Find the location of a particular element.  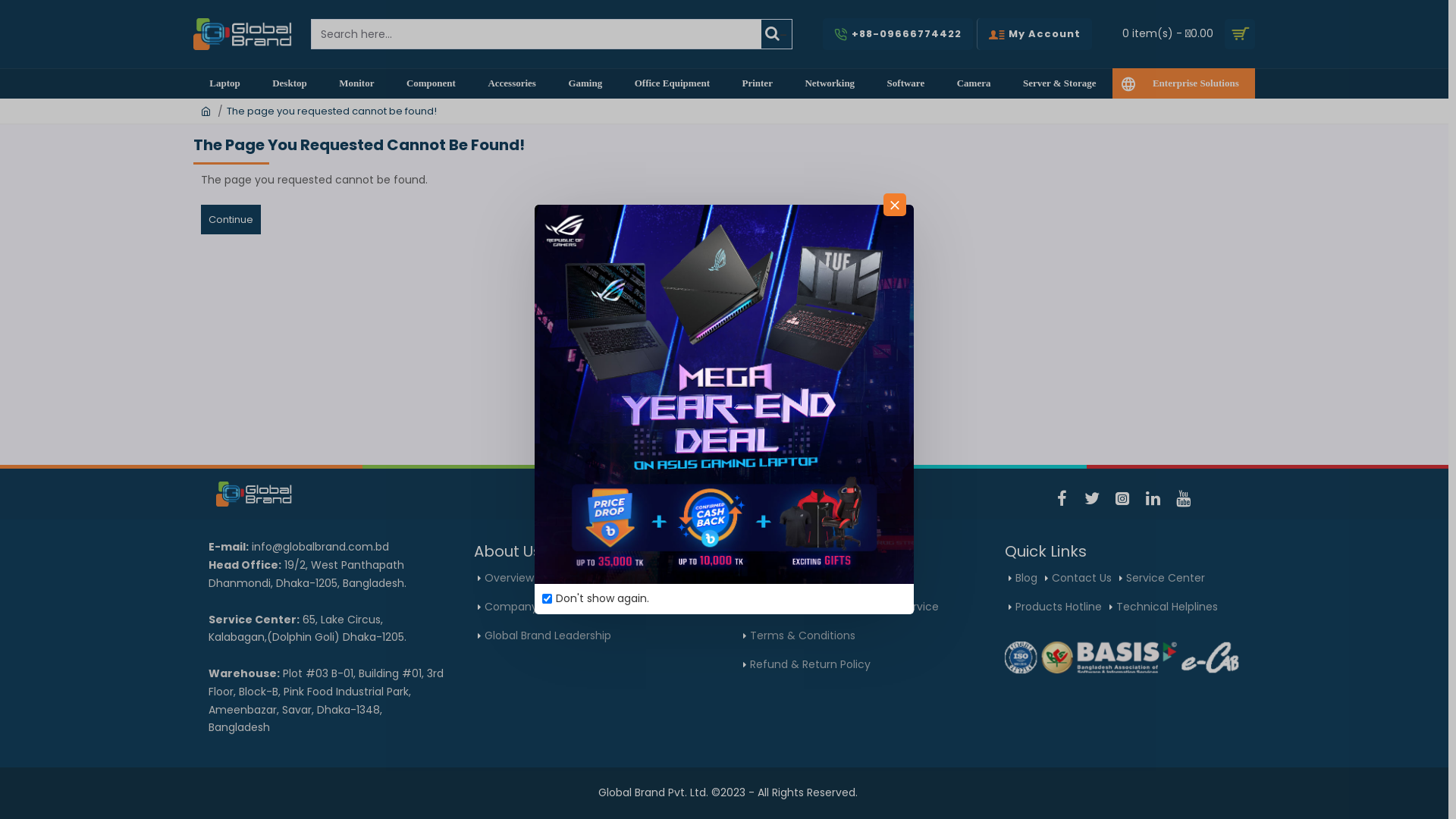

'Desktop' is located at coordinates (290, 83).